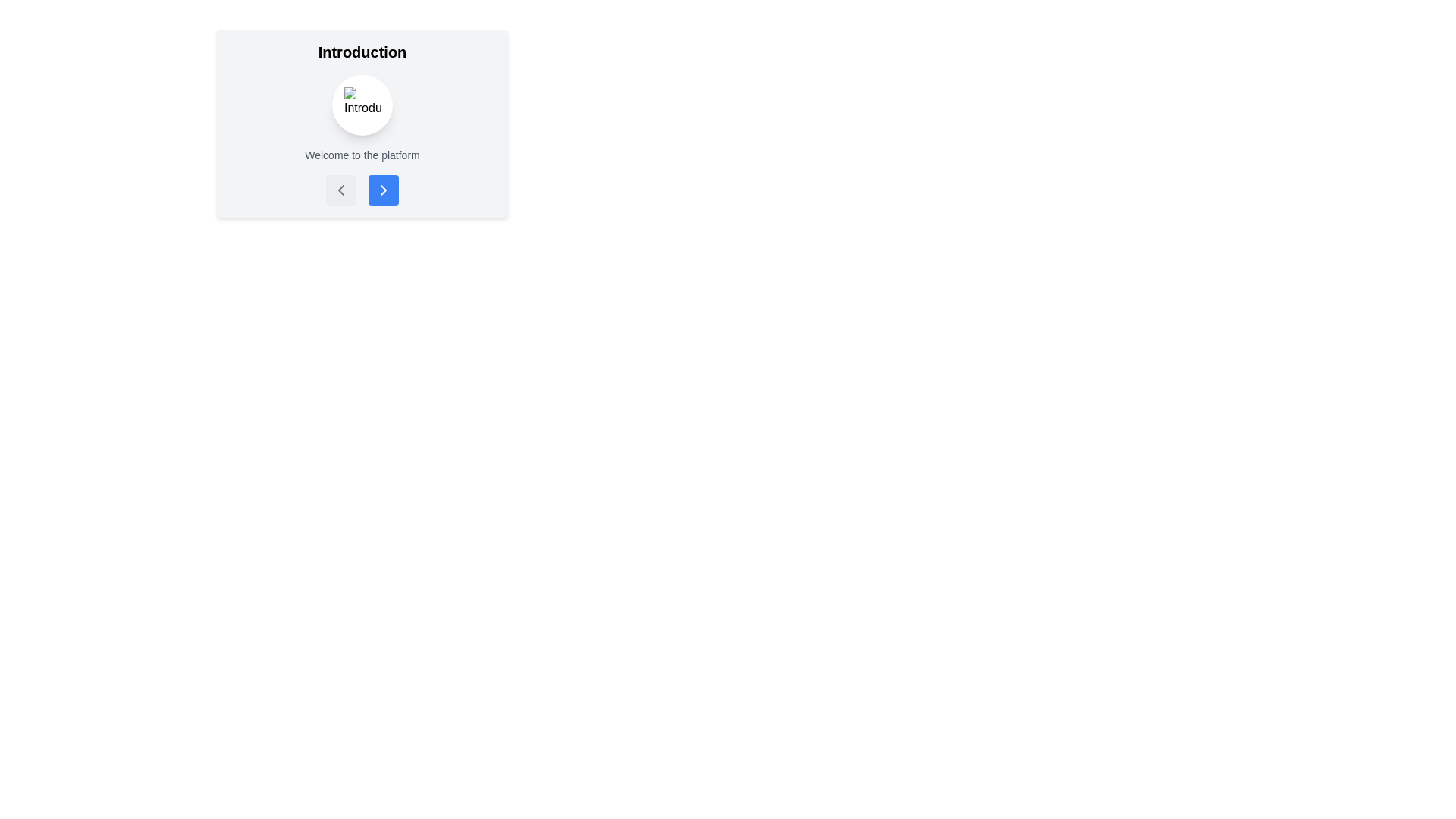 The image size is (1456, 819). I want to click on the rectangular blue button with rounded corners that contains a right-facing chevron icon, so click(383, 189).